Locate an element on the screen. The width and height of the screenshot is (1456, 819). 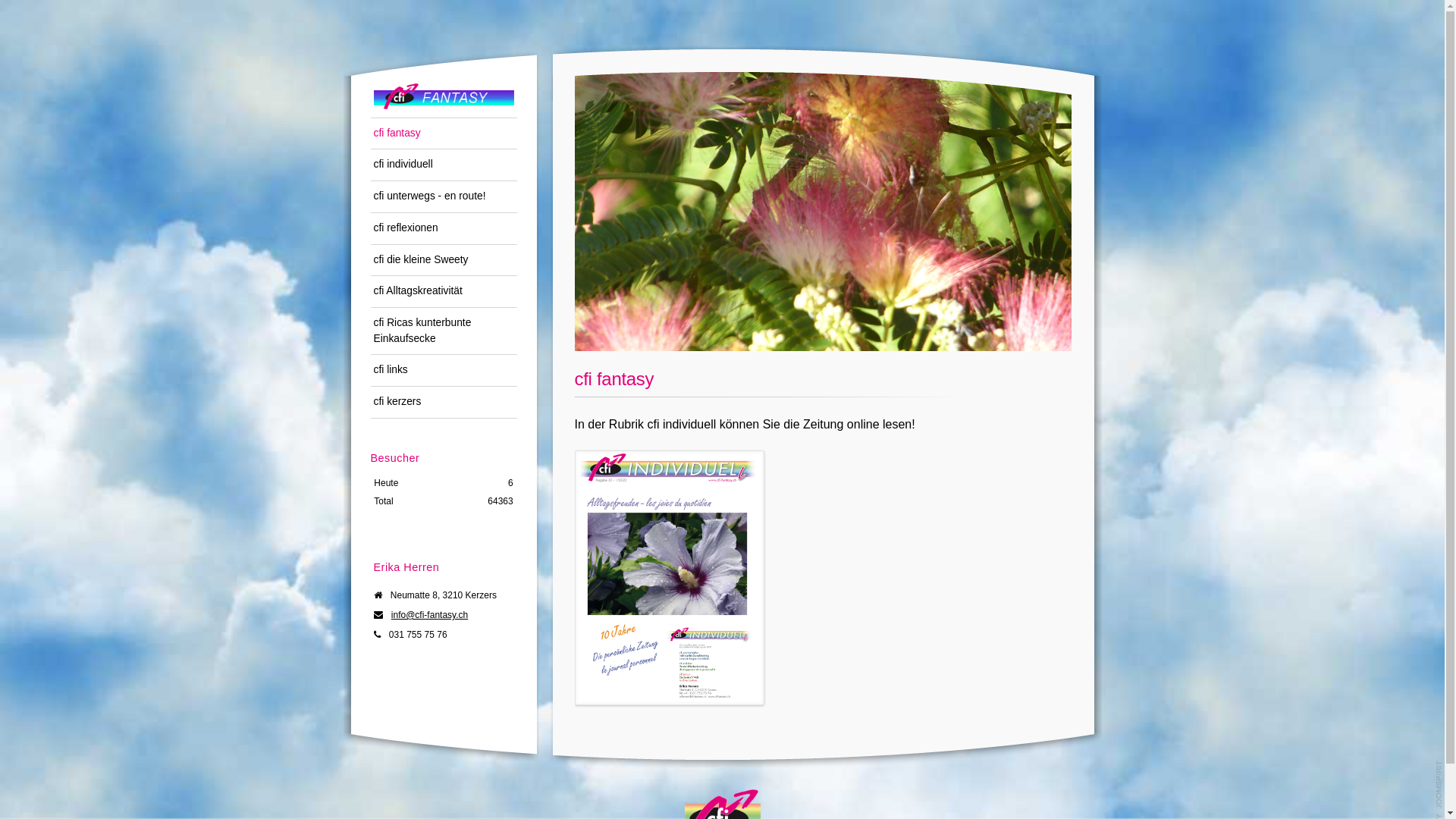
'cfi kerzers' is located at coordinates (442, 401).